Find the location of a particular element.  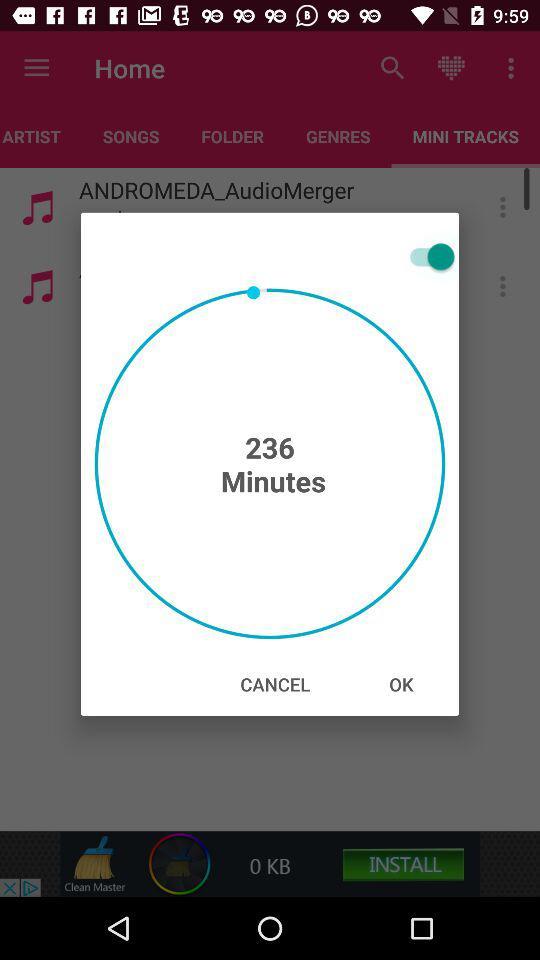

the icon at the top right corner is located at coordinates (426, 255).